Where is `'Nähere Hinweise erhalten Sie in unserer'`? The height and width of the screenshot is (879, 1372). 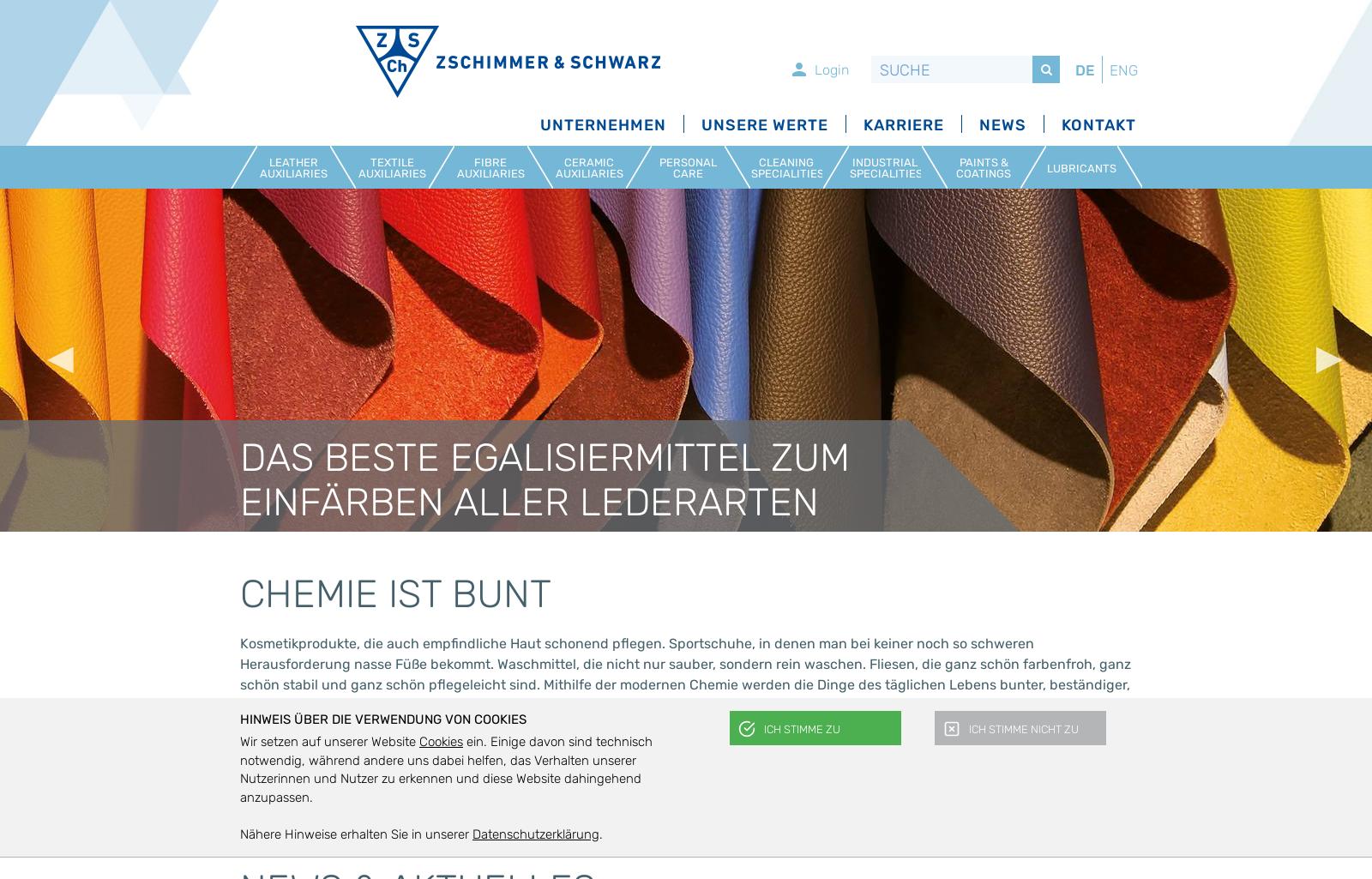 'Nähere Hinweise erhalten Sie in unserer' is located at coordinates (240, 834).